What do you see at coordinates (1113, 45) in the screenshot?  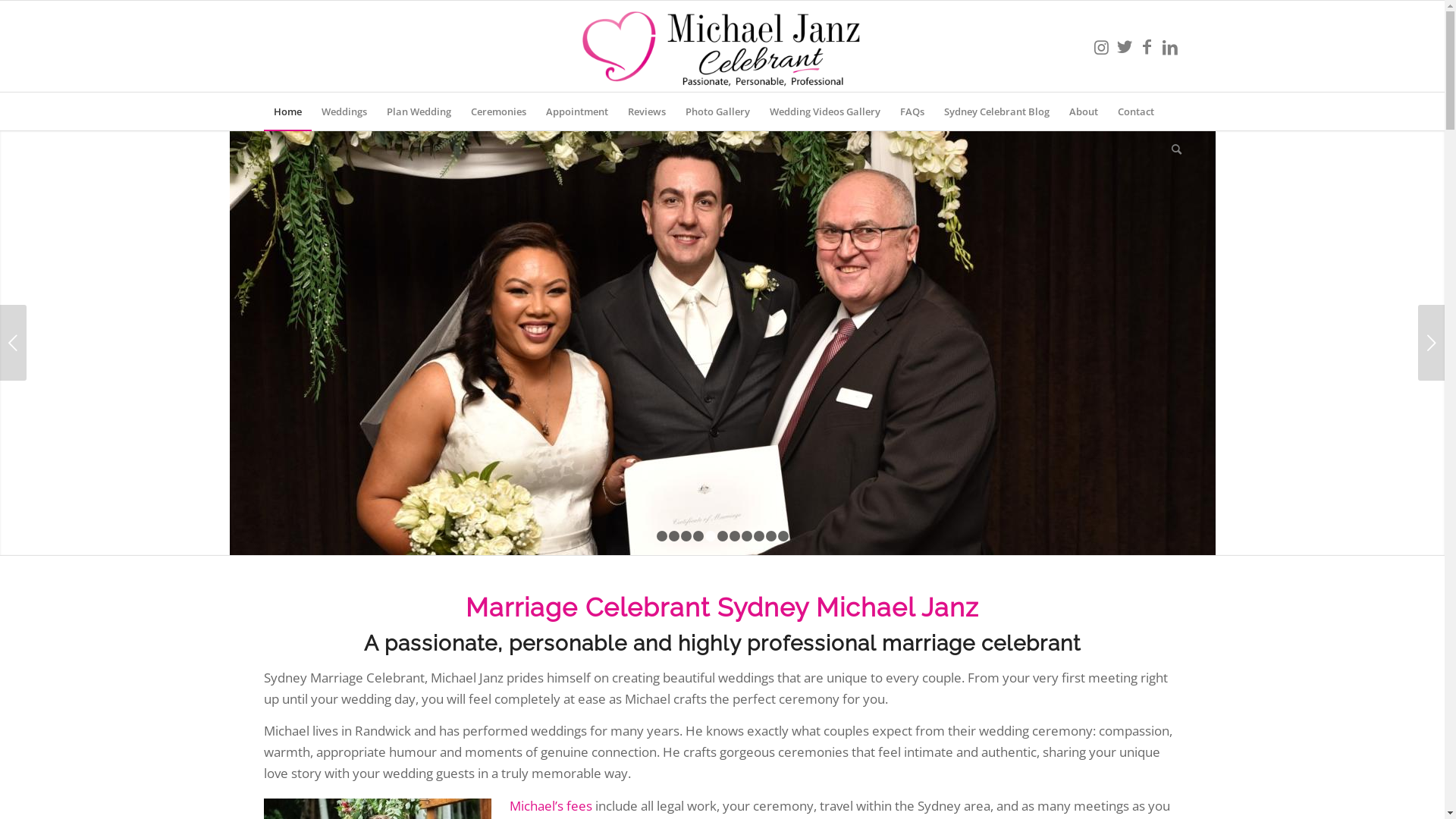 I see `'Twitter'` at bounding box center [1113, 45].